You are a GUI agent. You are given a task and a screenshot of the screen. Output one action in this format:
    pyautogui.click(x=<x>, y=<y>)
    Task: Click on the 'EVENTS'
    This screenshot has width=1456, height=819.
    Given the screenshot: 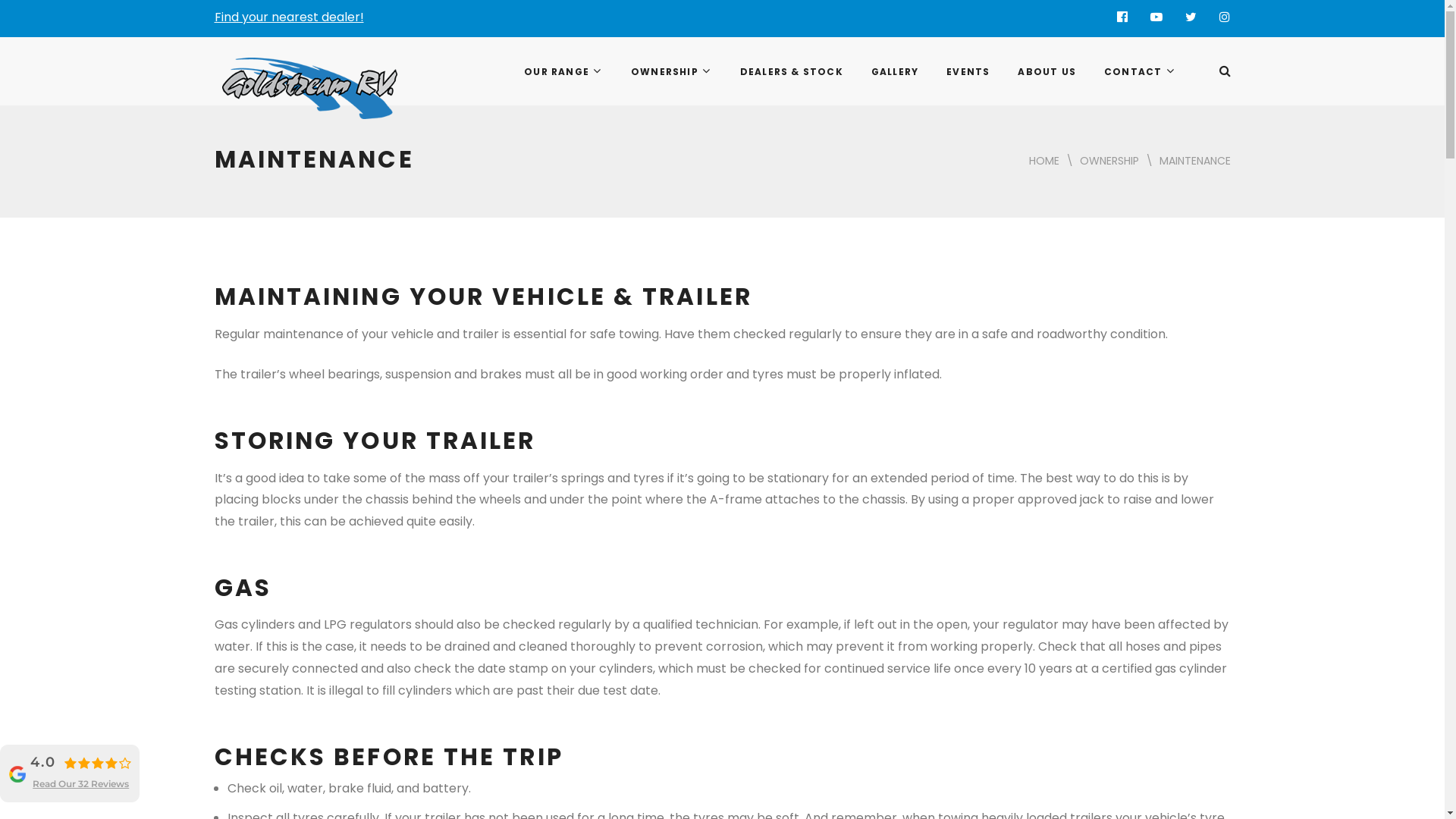 What is the action you would take?
    pyautogui.click(x=966, y=71)
    